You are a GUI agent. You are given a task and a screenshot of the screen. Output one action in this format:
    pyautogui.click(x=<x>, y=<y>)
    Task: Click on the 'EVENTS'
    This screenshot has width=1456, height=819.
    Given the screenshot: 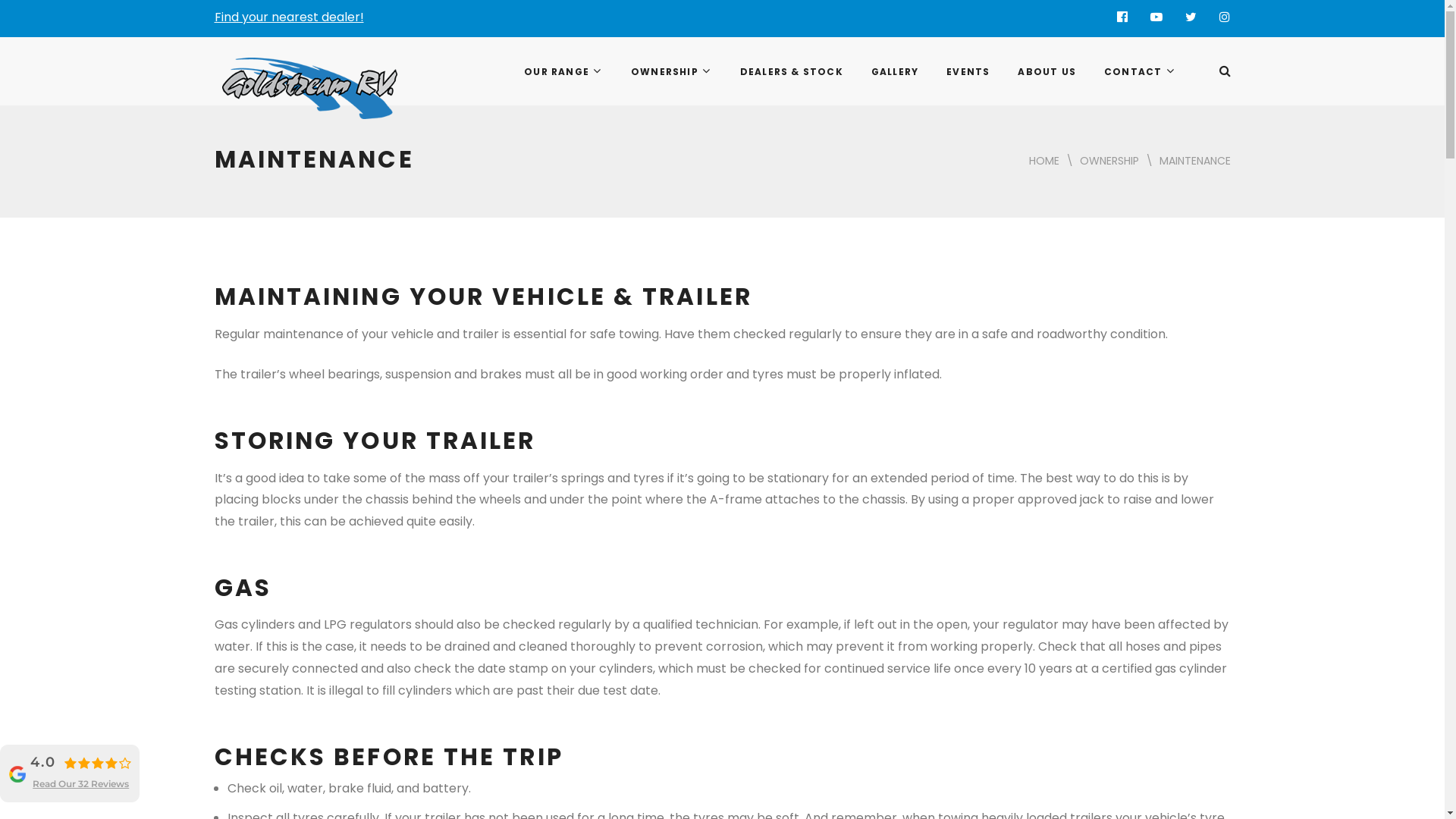 What is the action you would take?
    pyautogui.click(x=966, y=71)
    